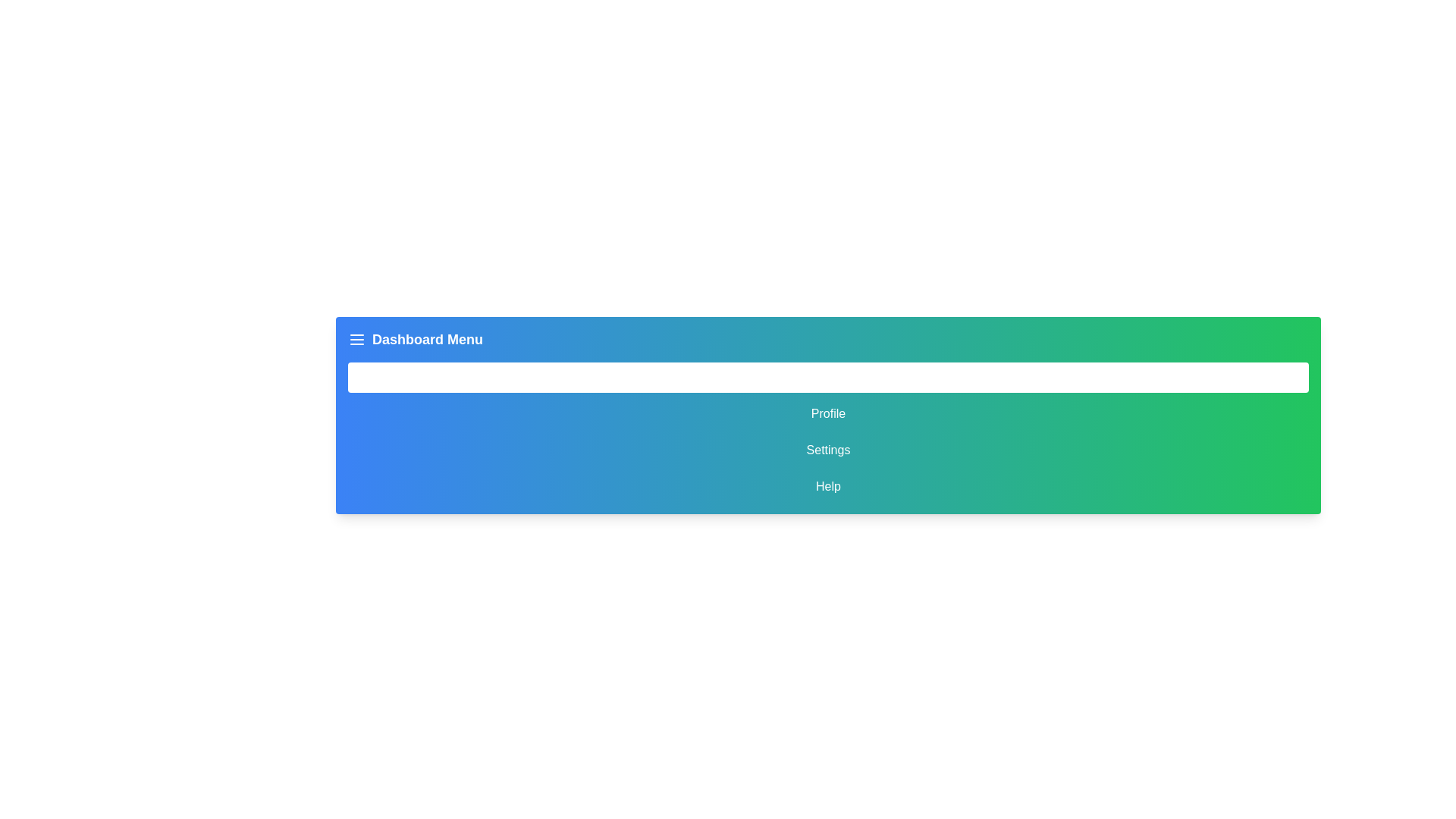  I want to click on the 'Profile' navigation button, which is the second button in a vertical list of four options, so click(827, 414).